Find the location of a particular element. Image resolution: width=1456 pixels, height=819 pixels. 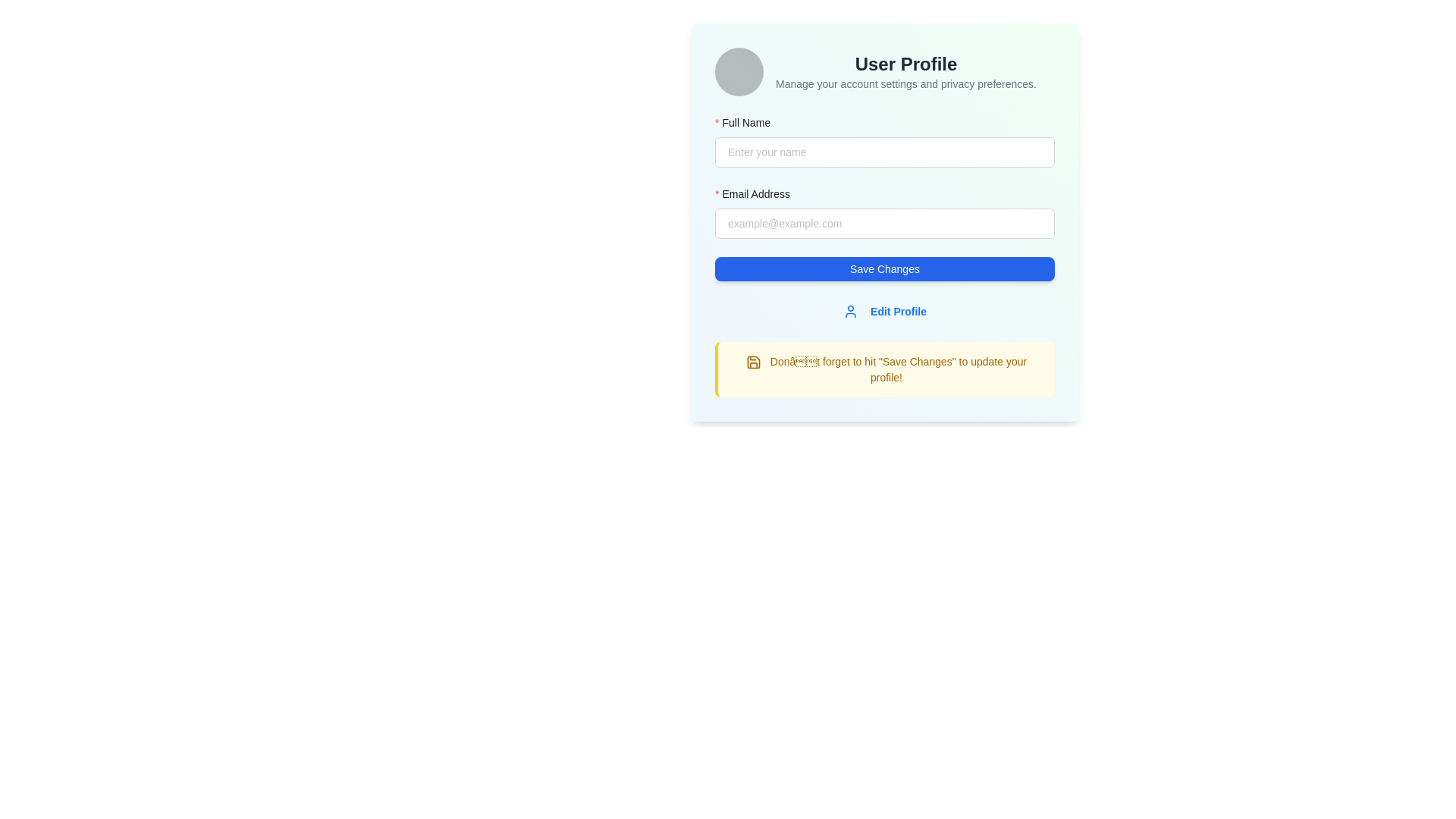

the button located in the 'Profile Settings' area, which allows the user is located at coordinates (884, 311).